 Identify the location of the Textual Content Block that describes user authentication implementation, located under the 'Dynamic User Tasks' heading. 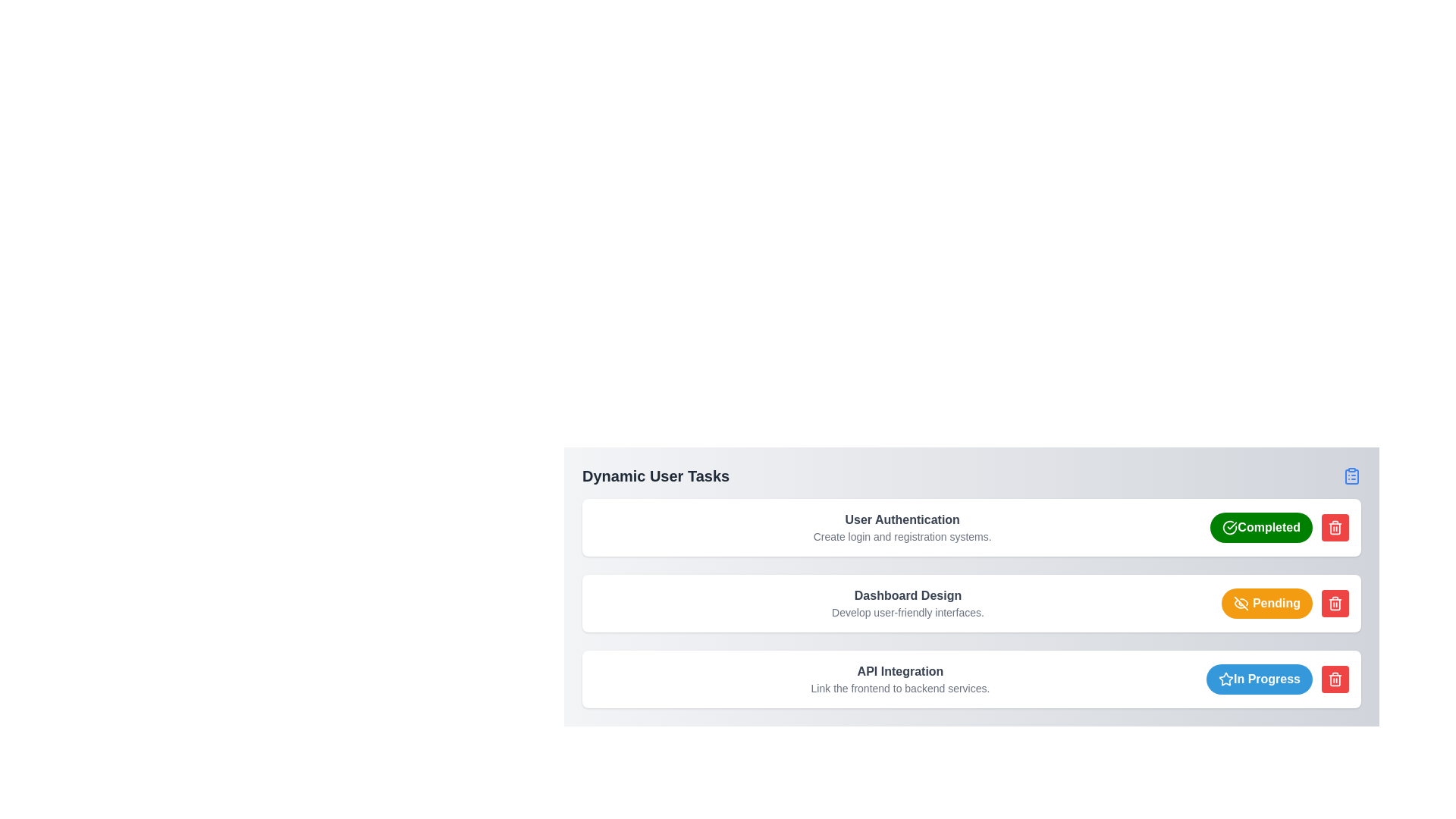
(902, 526).